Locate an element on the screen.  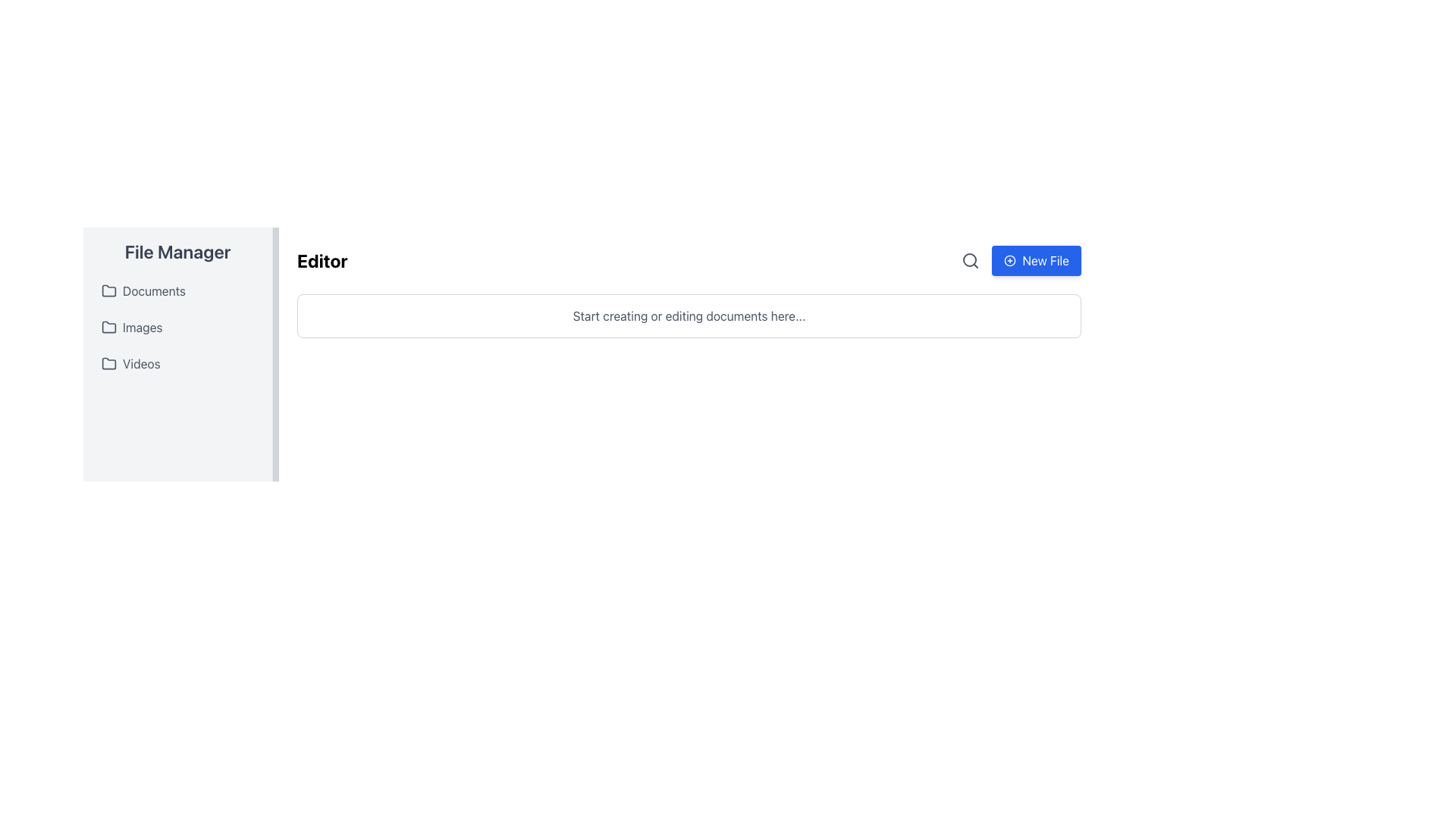
the 'File Manager' text label, which is a large, bold, dark-gray header located at the top of the left sidebar is located at coordinates (177, 250).